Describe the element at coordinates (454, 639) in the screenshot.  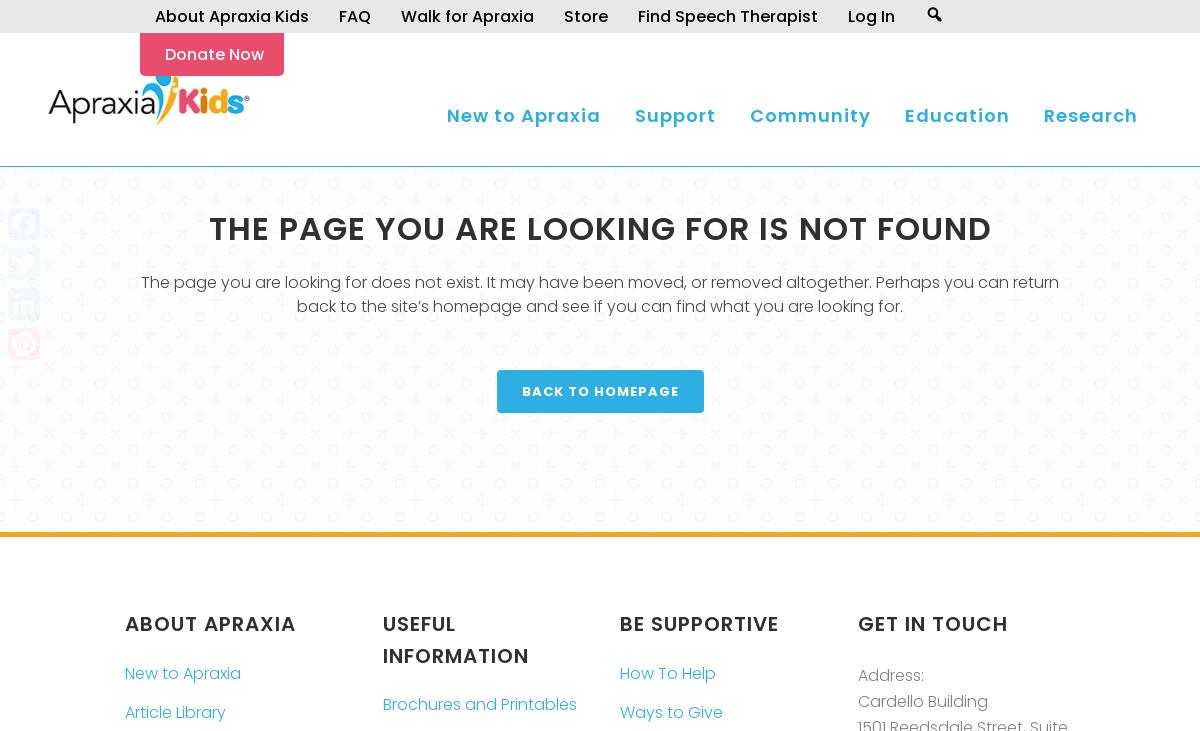
I see `'Useful Information'` at that location.